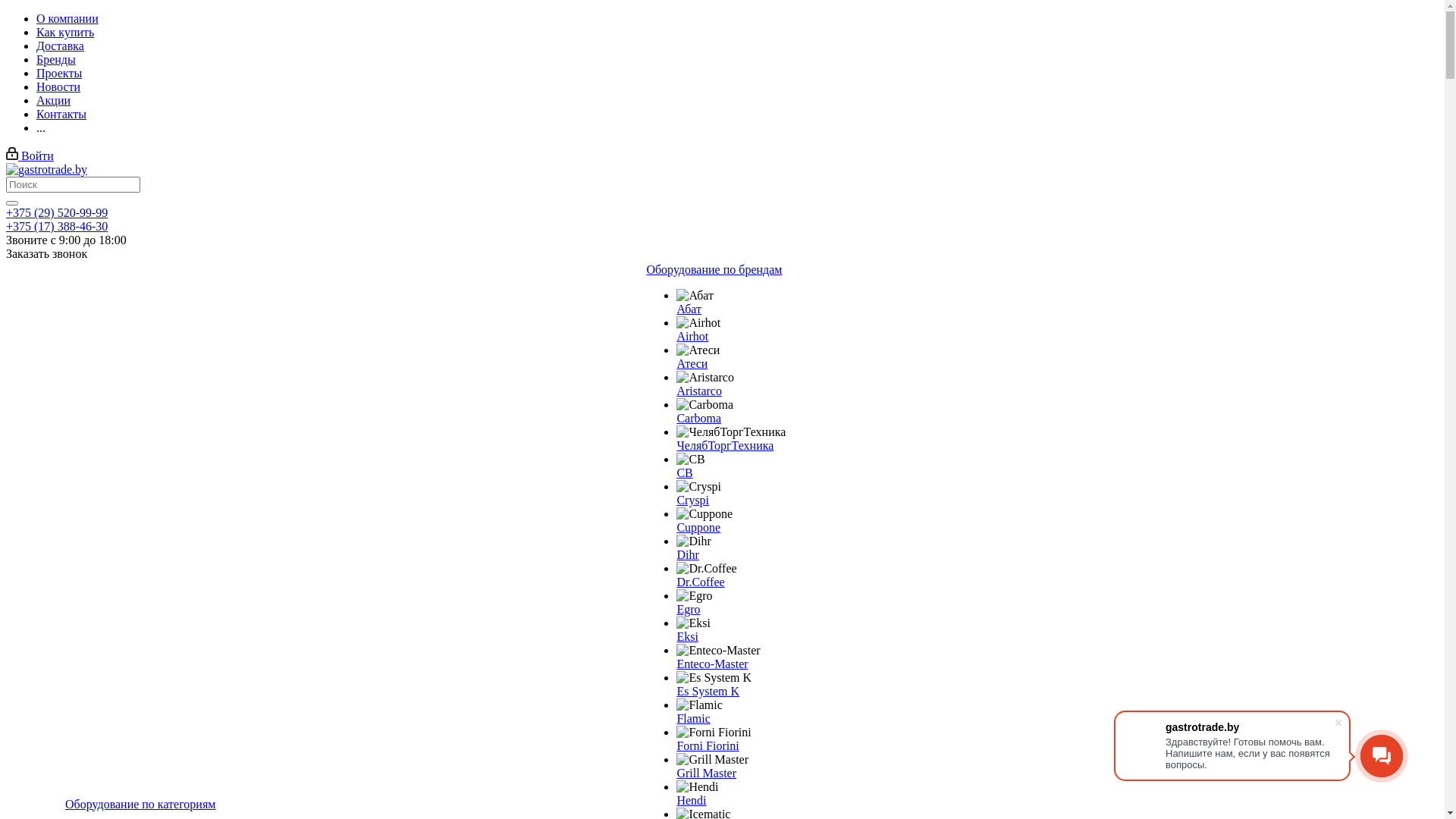 This screenshot has height=819, width=1456. Describe the element at coordinates (698, 390) in the screenshot. I see `'Aristarco'` at that location.